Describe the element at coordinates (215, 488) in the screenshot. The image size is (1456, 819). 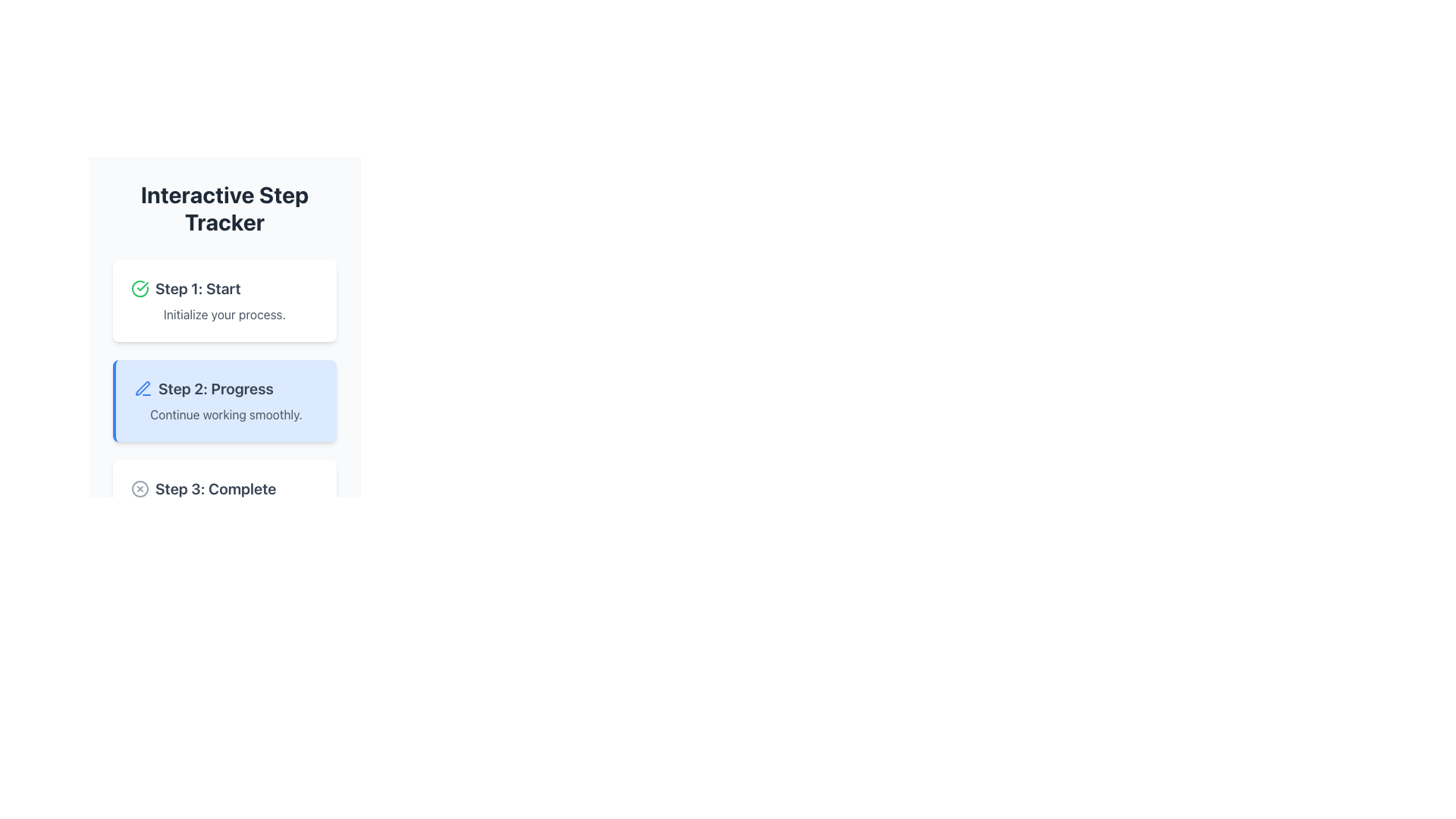
I see `the text label that reads 'Step 3: Complete', which is styled in bold and located within the step tracker interface` at that location.